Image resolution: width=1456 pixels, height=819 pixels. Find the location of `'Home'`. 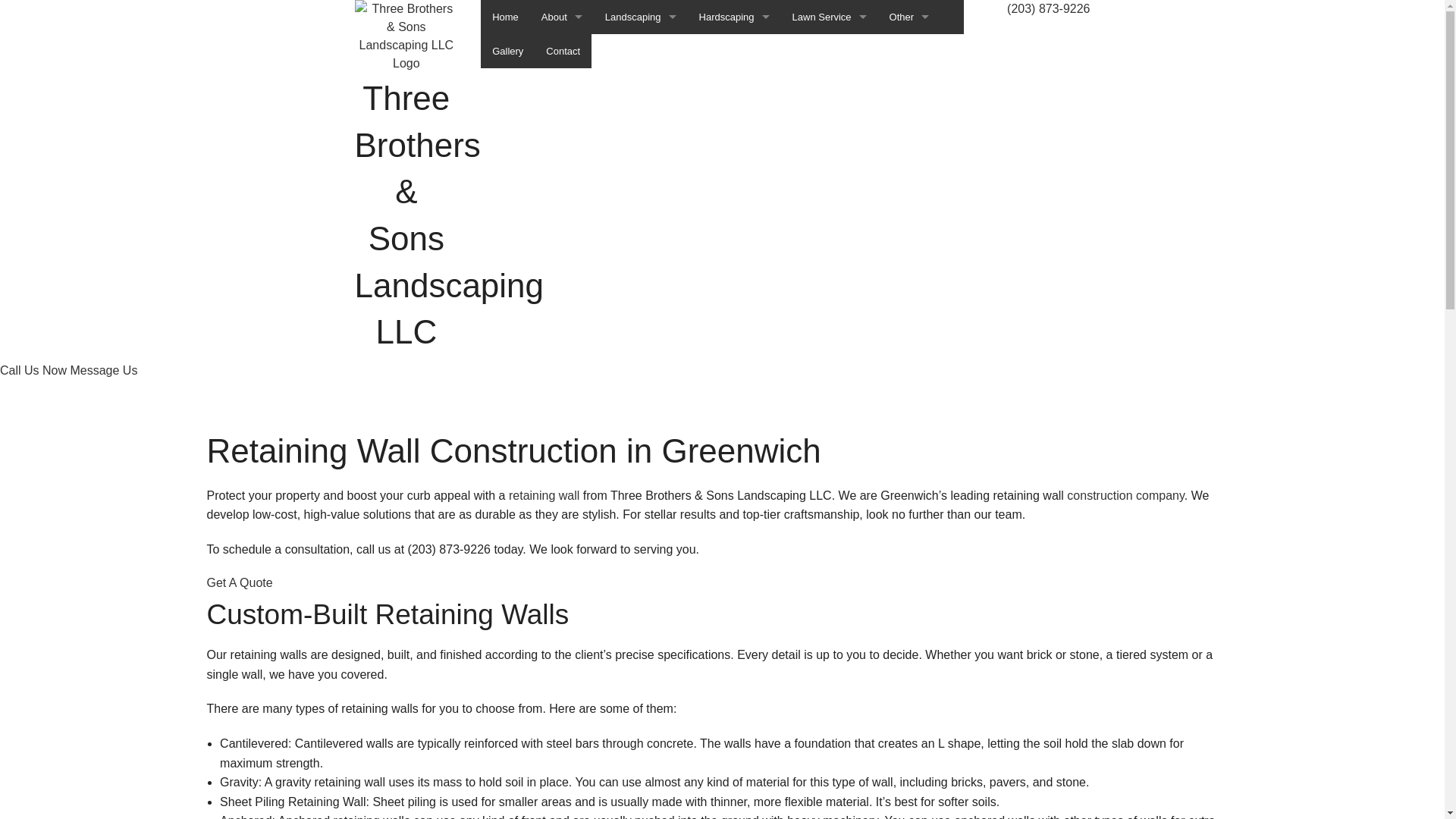

'Home' is located at coordinates (505, 17).